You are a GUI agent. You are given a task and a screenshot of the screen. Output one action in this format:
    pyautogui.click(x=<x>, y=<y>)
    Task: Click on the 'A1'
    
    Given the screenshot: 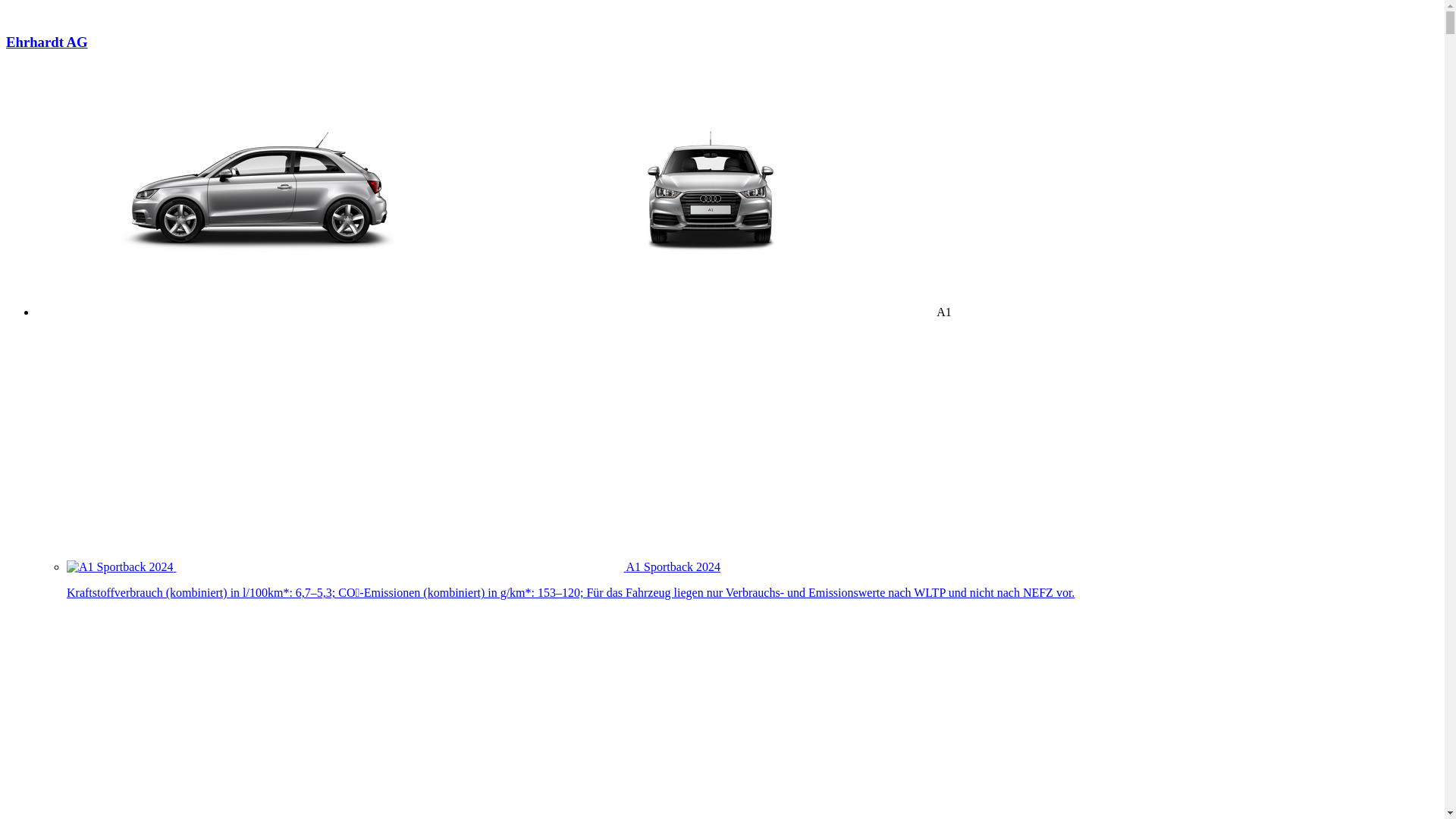 What is the action you would take?
    pyautogui.click(x=494, y=311)
    